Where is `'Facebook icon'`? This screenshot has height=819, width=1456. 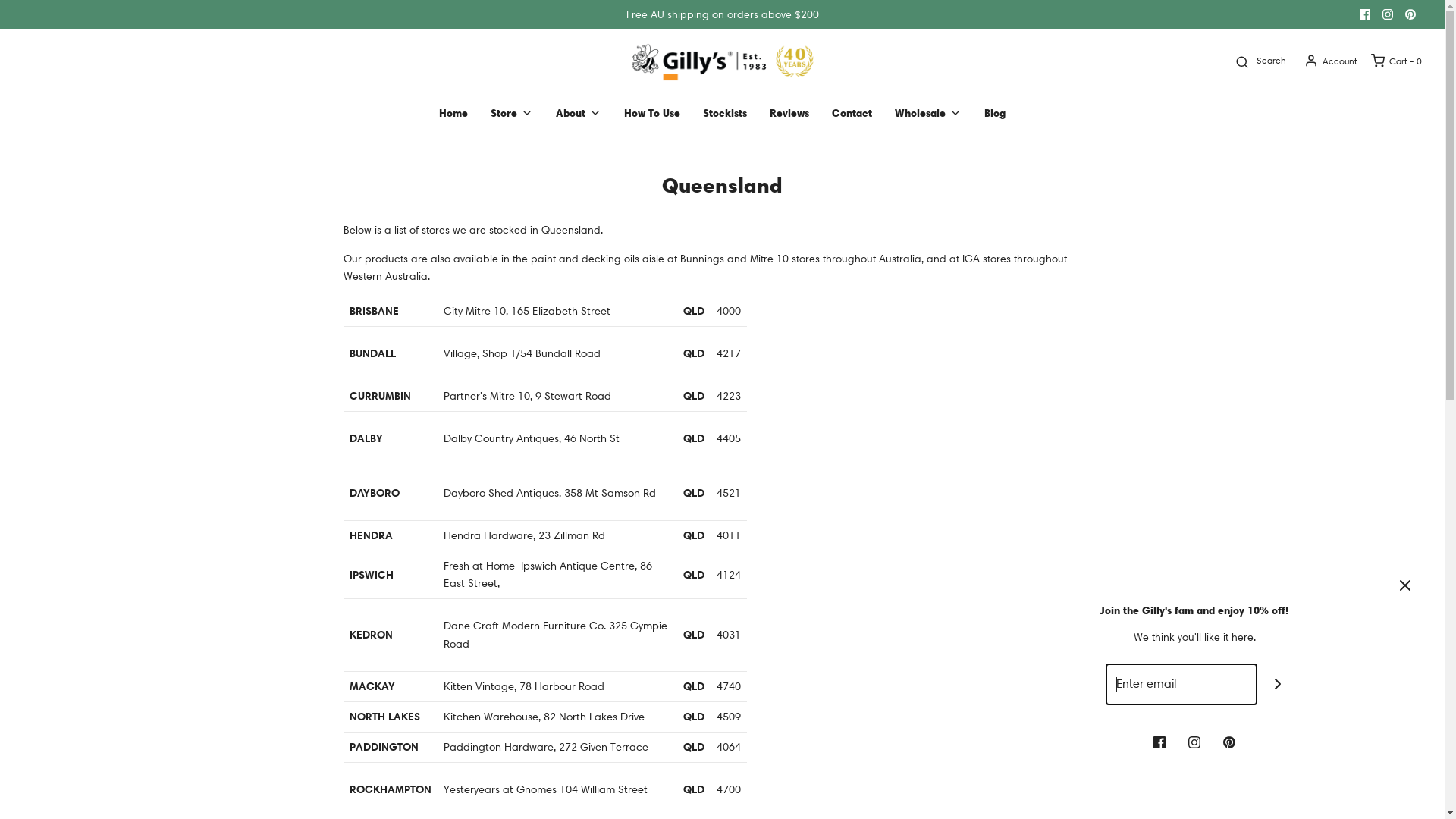
'Facebook icon' is located at coordinates (1159, 739).